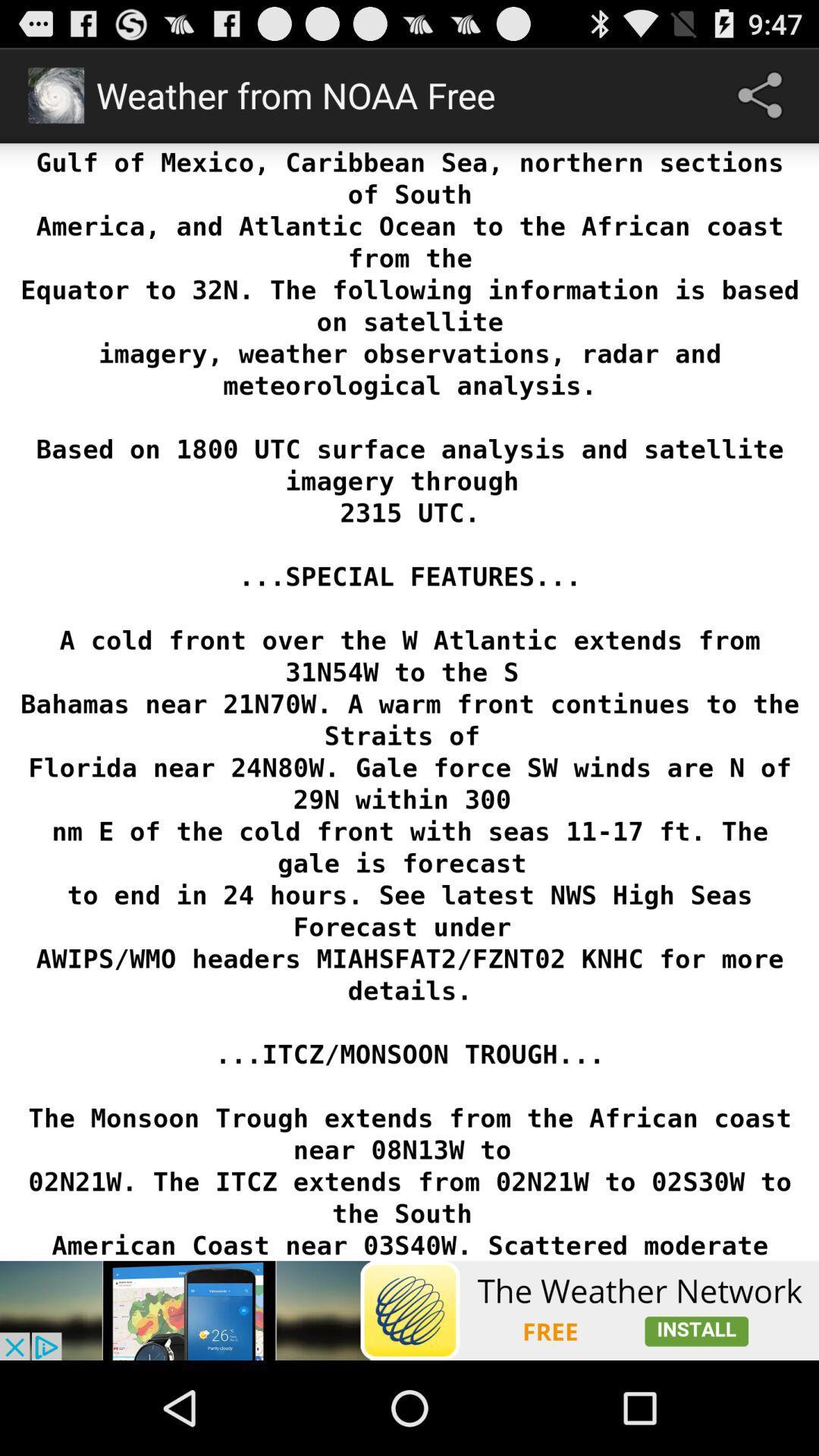 The width and height of the screenshot is (819, 1456). What do you see at coordinates (409, 1310) in the screenshot?
I see `open advertisement` at bounding box center [409, 1310].